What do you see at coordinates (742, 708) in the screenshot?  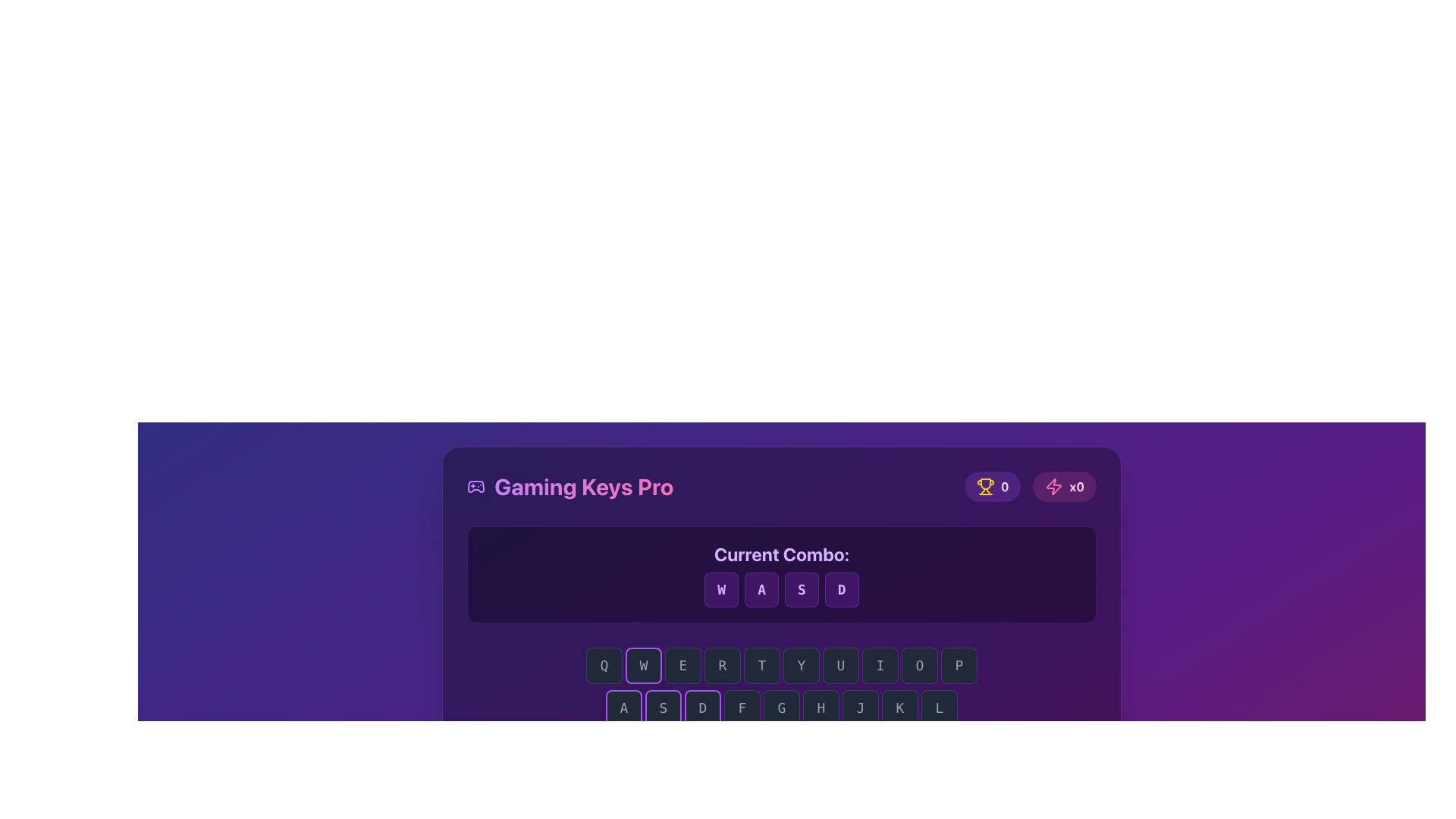 I see `the 'F' key button in the virtual keyboard interface` at bounding box center [742, 708].